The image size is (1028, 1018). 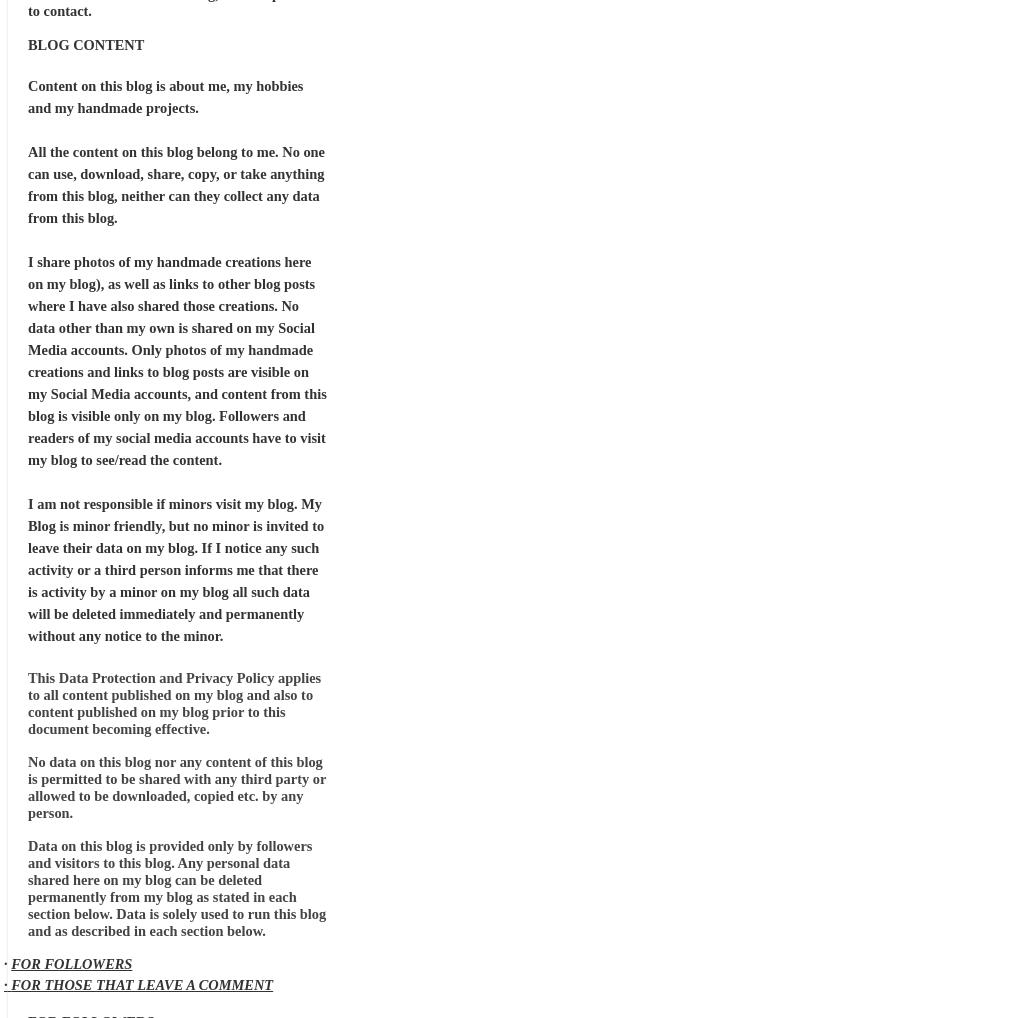 What do you see at coordinates (27, 360) in the screenshot?
I see `'I share photos of my handmade creations here on my blog), as well as links to other blog posts where I have also shared those creations. No data other than my own is shared on my Social Media accounts. Only photos of my handmade creations and links to blog posts are visible on my Social Media accounts, and content from this blog is visible only on my blog. Followers and readers of my social media accounts have to visit my blog to see/read the content.'` at bounding box center [27, 360].